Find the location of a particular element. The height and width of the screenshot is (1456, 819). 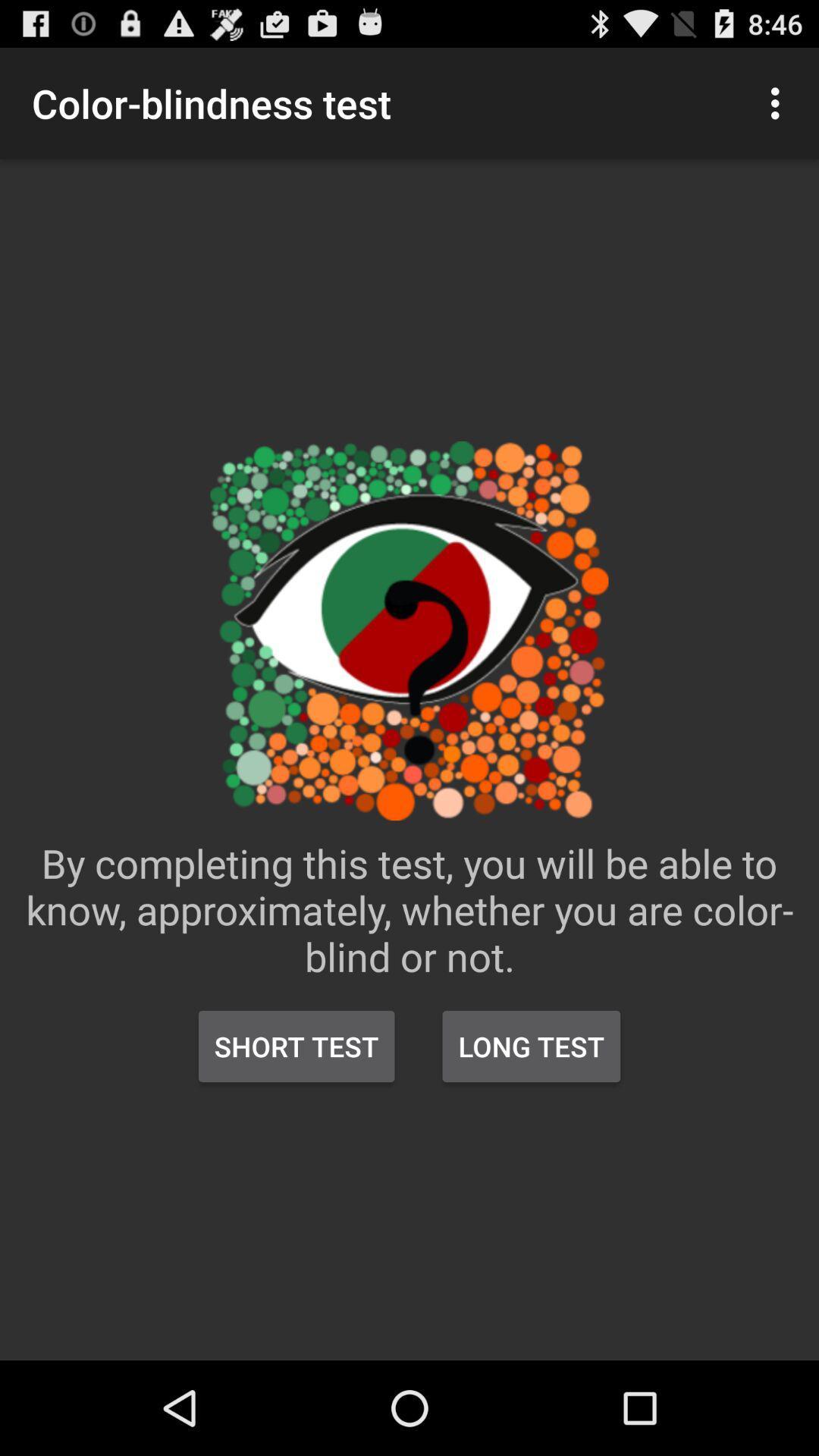

the icon below the by completing this item is located at coordinates (297, 1046).